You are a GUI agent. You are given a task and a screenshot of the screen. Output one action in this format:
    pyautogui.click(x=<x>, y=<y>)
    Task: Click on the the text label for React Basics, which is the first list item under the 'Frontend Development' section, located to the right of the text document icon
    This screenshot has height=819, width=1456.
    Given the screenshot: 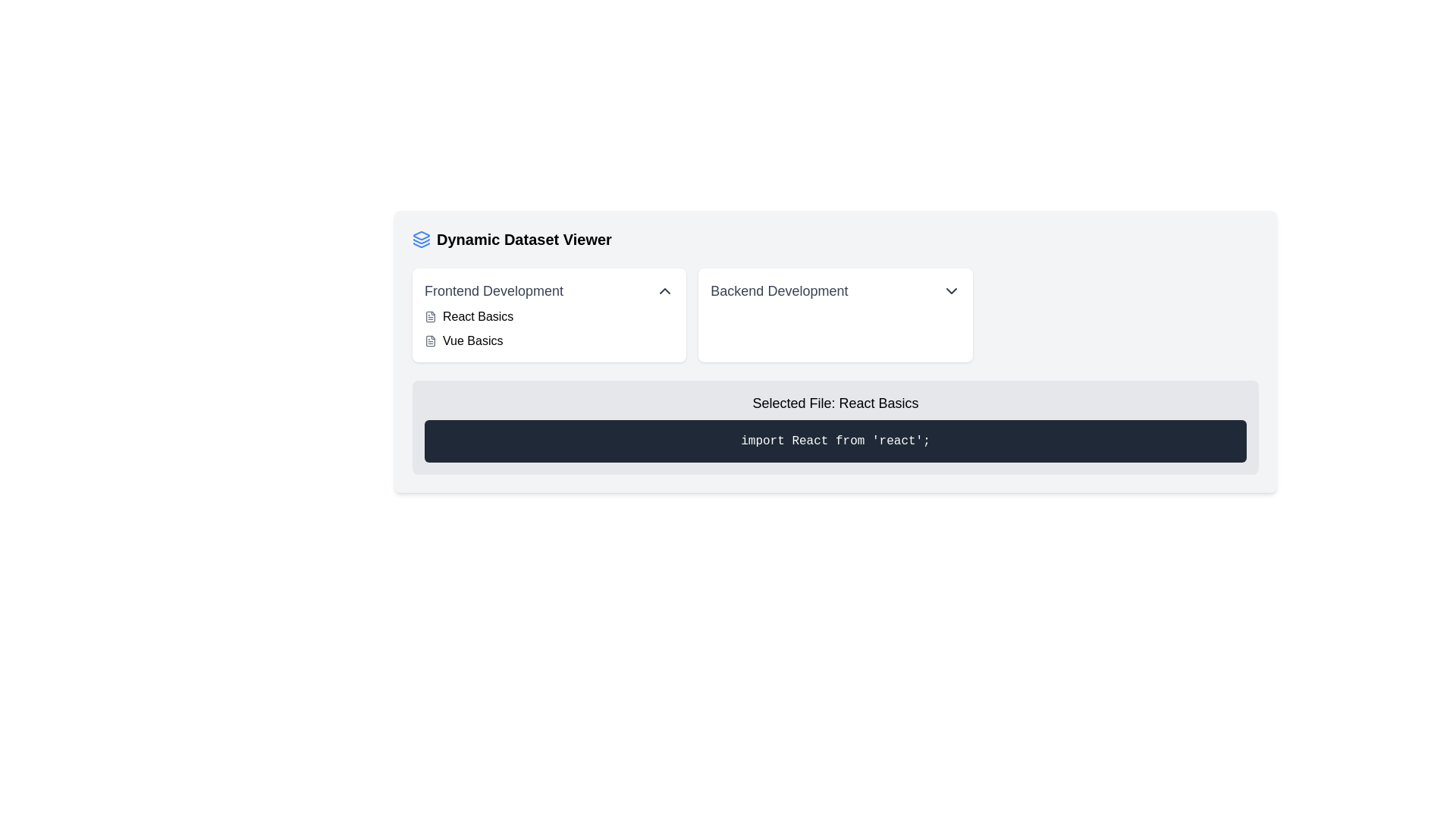 What is the action you would take?
    pyautogui.click(x=477, y=315)
    